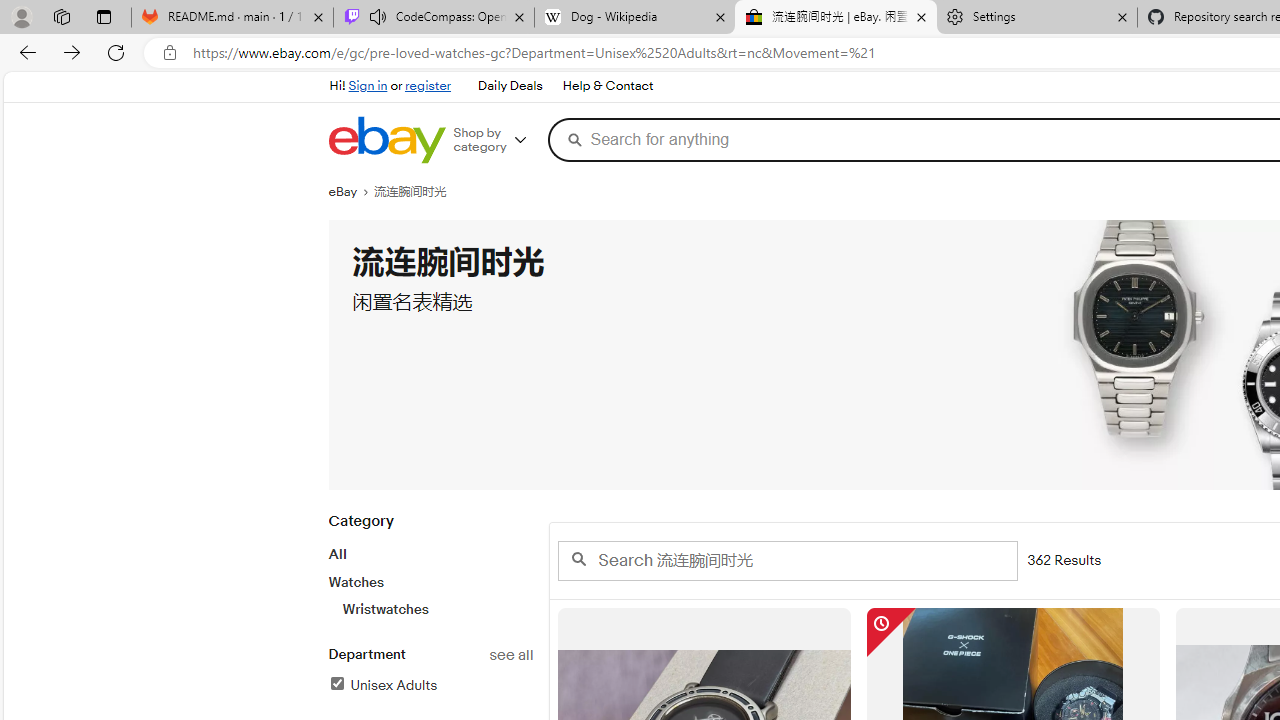 This screenshot has width=1280, height=720. What do you see at coordinates (382, 684) in the screenshot?
I see `'Unisex Adults Filter Applied'` at bounding box center [382, 684].